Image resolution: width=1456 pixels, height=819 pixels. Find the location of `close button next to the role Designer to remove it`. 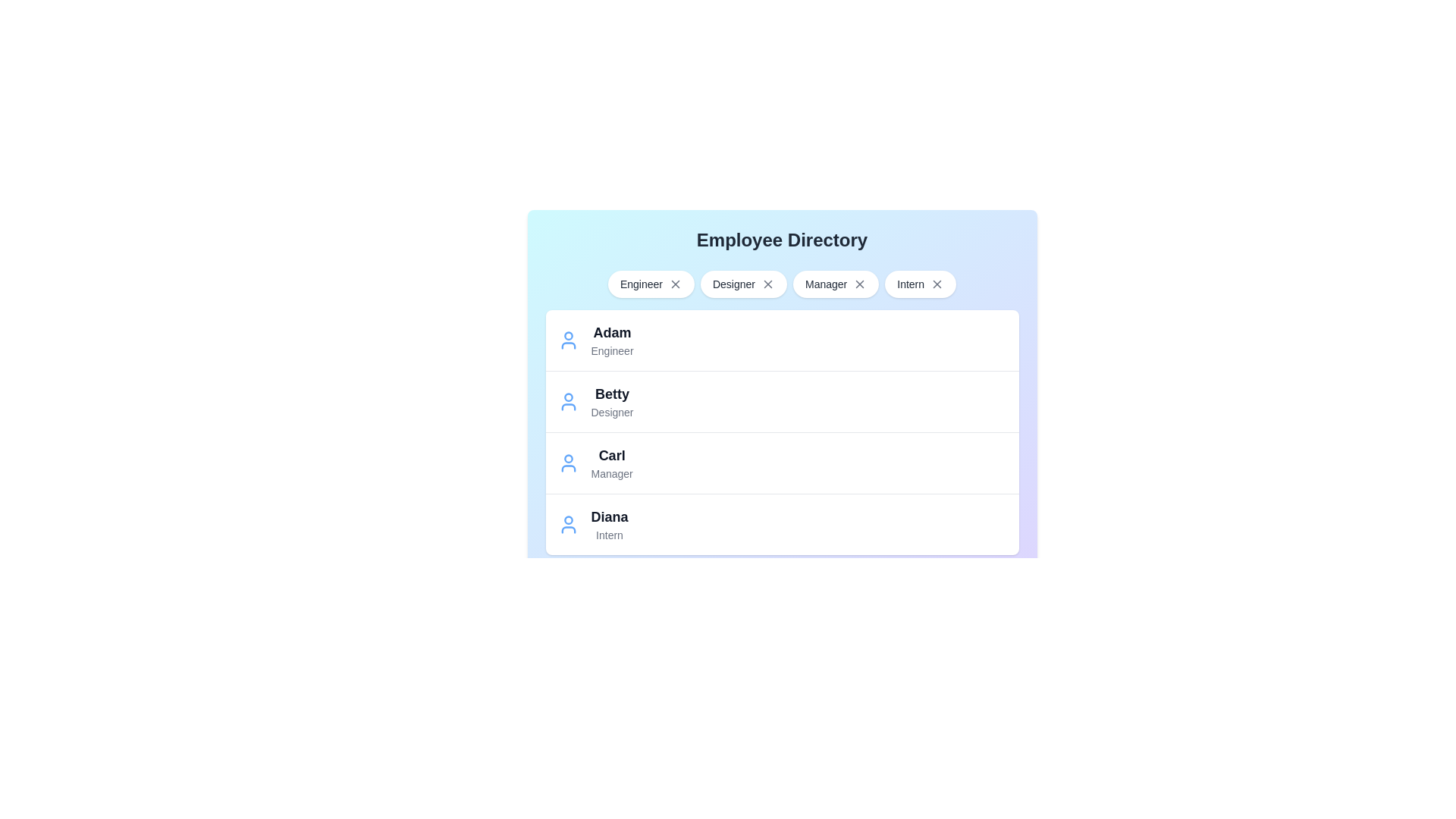

close button next to the role Designer to remove it is located at coordinates (767, 284).